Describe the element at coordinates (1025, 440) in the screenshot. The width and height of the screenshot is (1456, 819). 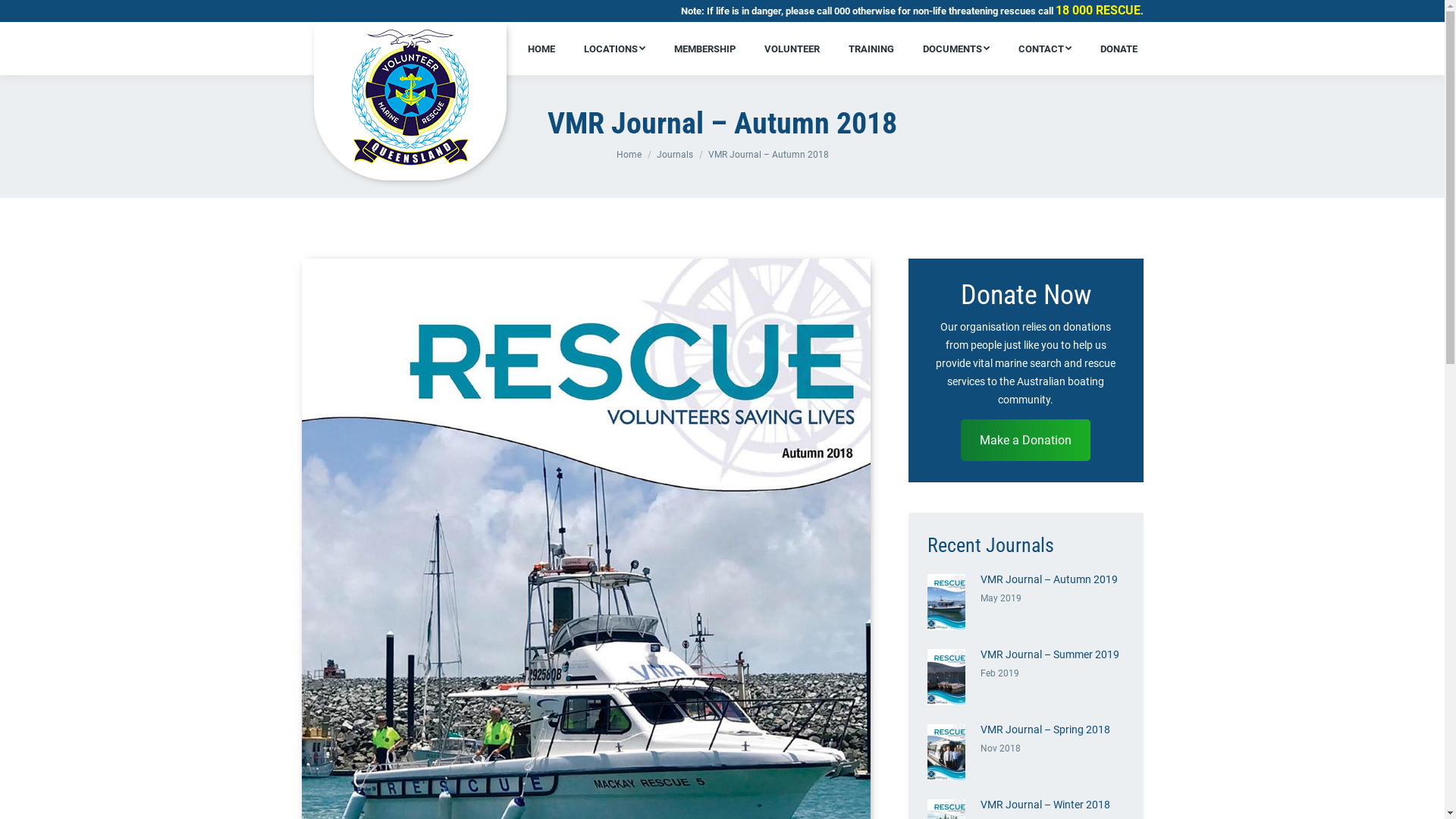
I see `'Make a Donation'` at that location.